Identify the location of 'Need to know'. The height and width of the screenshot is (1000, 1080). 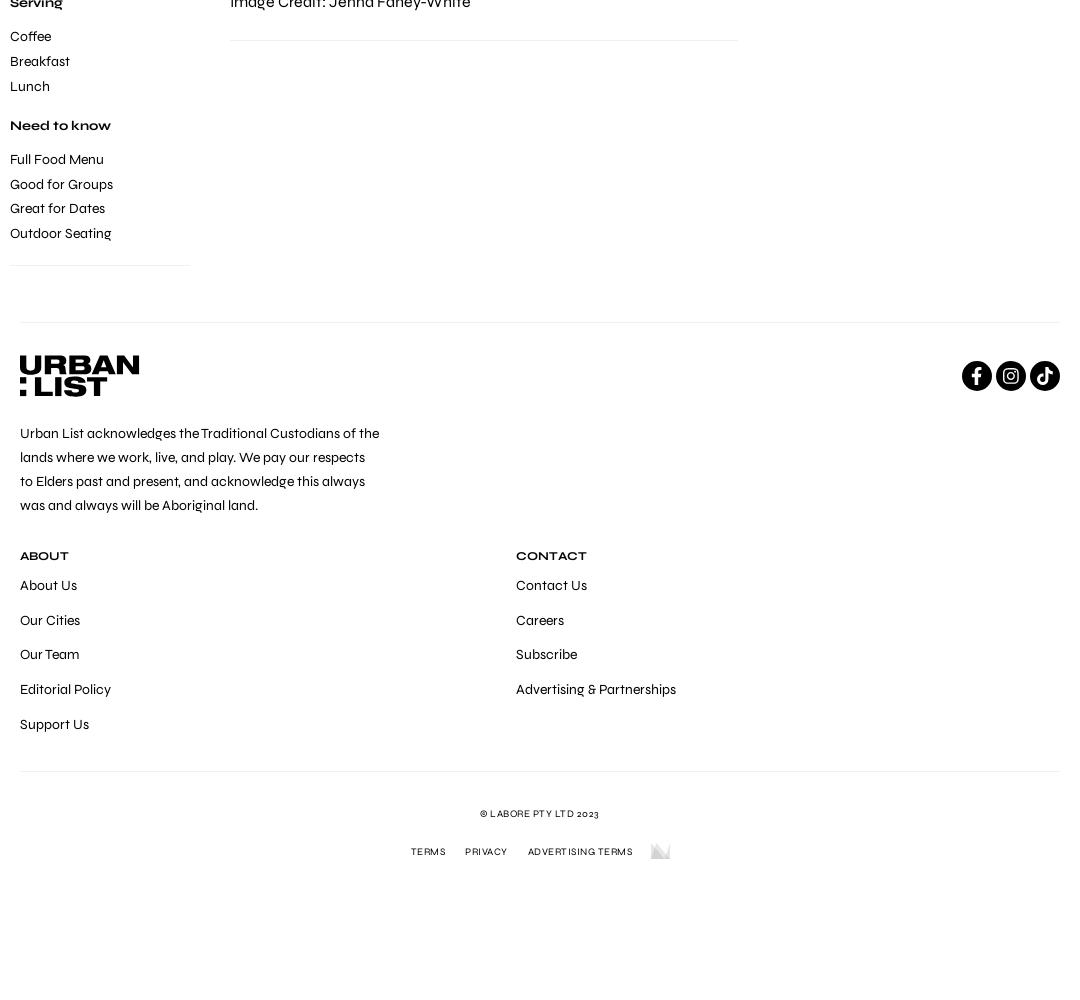
(59, 126).